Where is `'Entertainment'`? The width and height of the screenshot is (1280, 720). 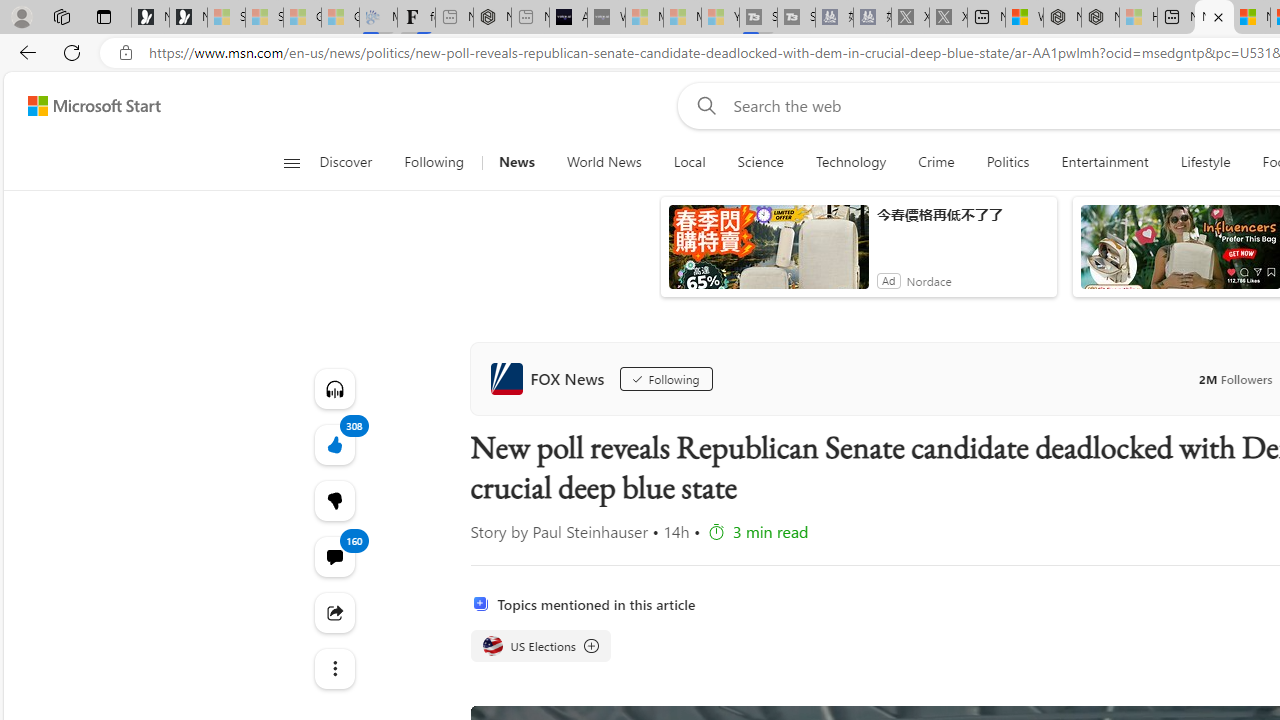 'Entertainment' is located at coordinates (1103, 162).